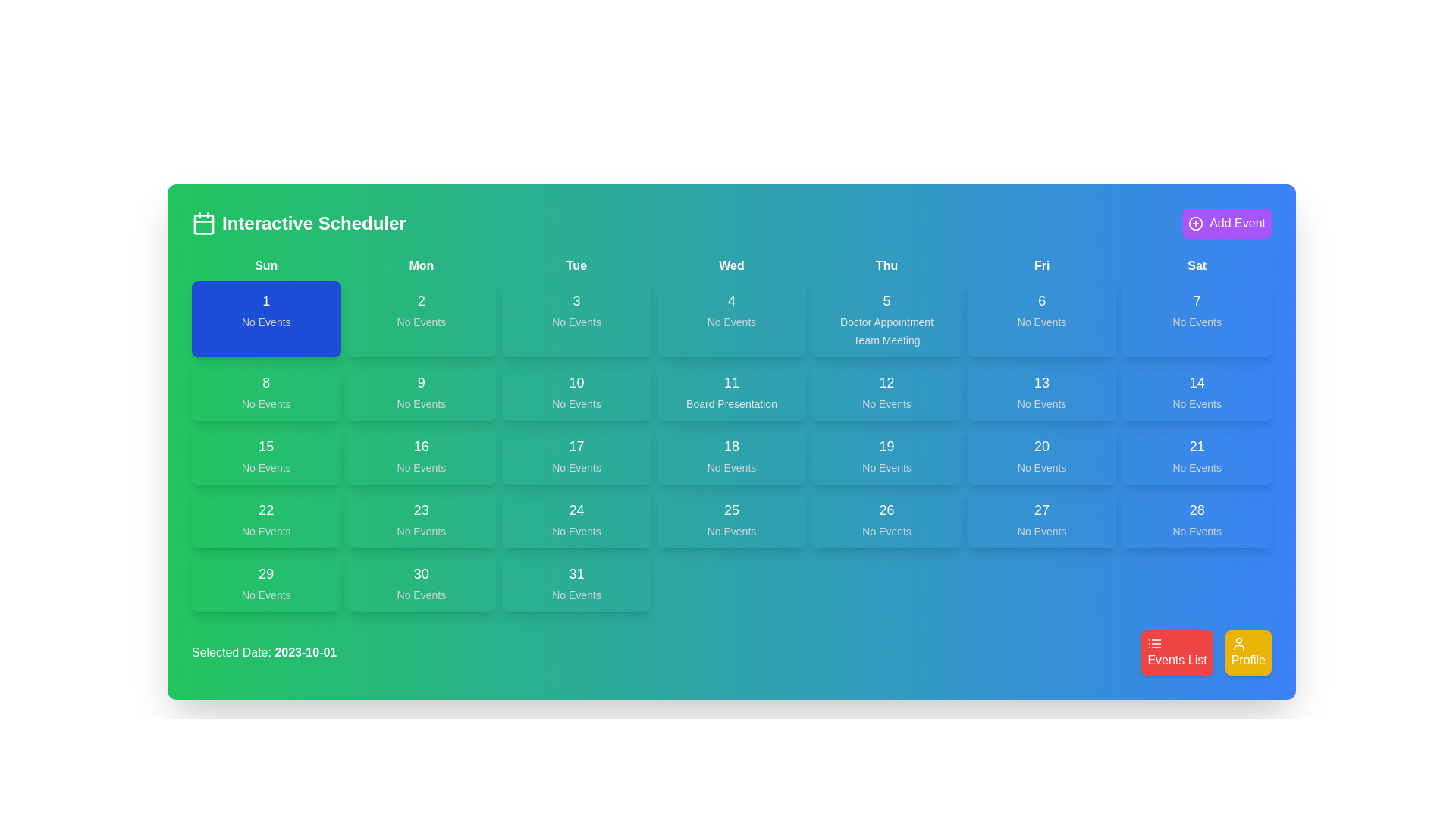 The width and height of the screenshot is (1456, 819). Describe the element at coordinates (266, 467) in the screenshot. I see `the 'No Events' text label displayed in a smaller font size and light gray color within the green cell labeled '15' in the calendar view` at that location.